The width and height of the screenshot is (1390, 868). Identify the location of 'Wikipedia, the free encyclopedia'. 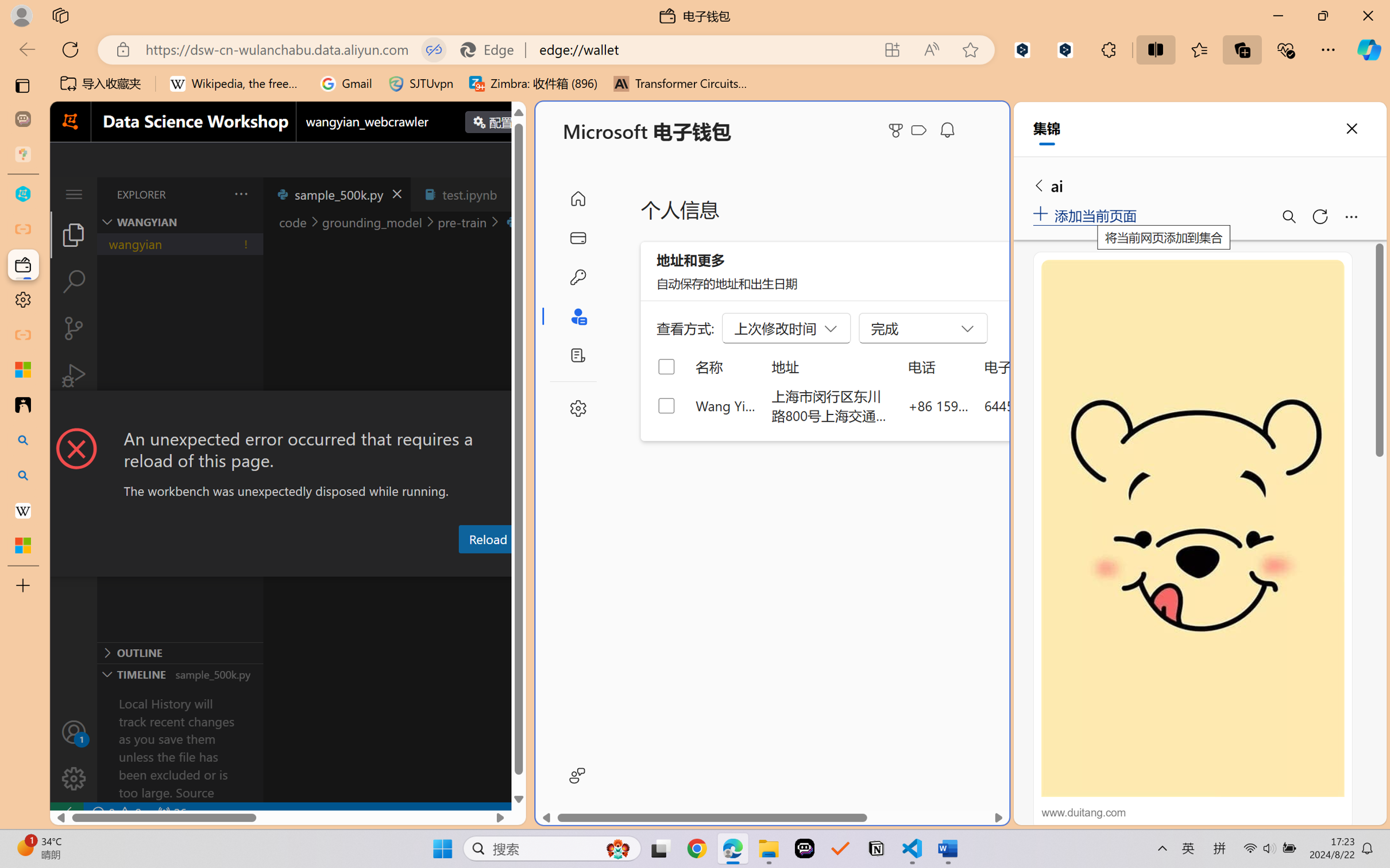
(236, 83).